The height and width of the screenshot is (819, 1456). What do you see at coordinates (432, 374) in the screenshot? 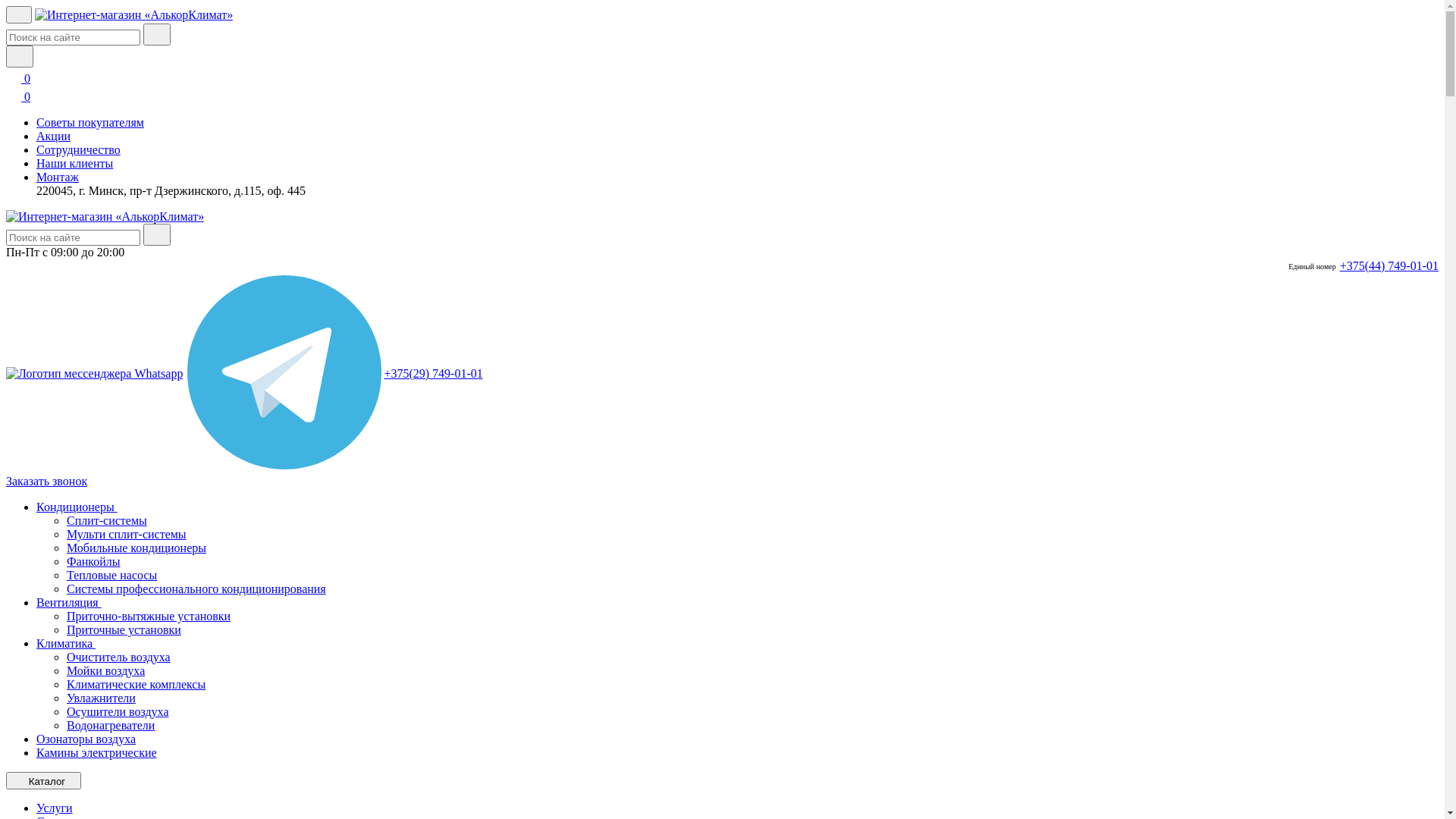
I see `'+375(29) 749-01-01'` at bounding box center [432, 374].